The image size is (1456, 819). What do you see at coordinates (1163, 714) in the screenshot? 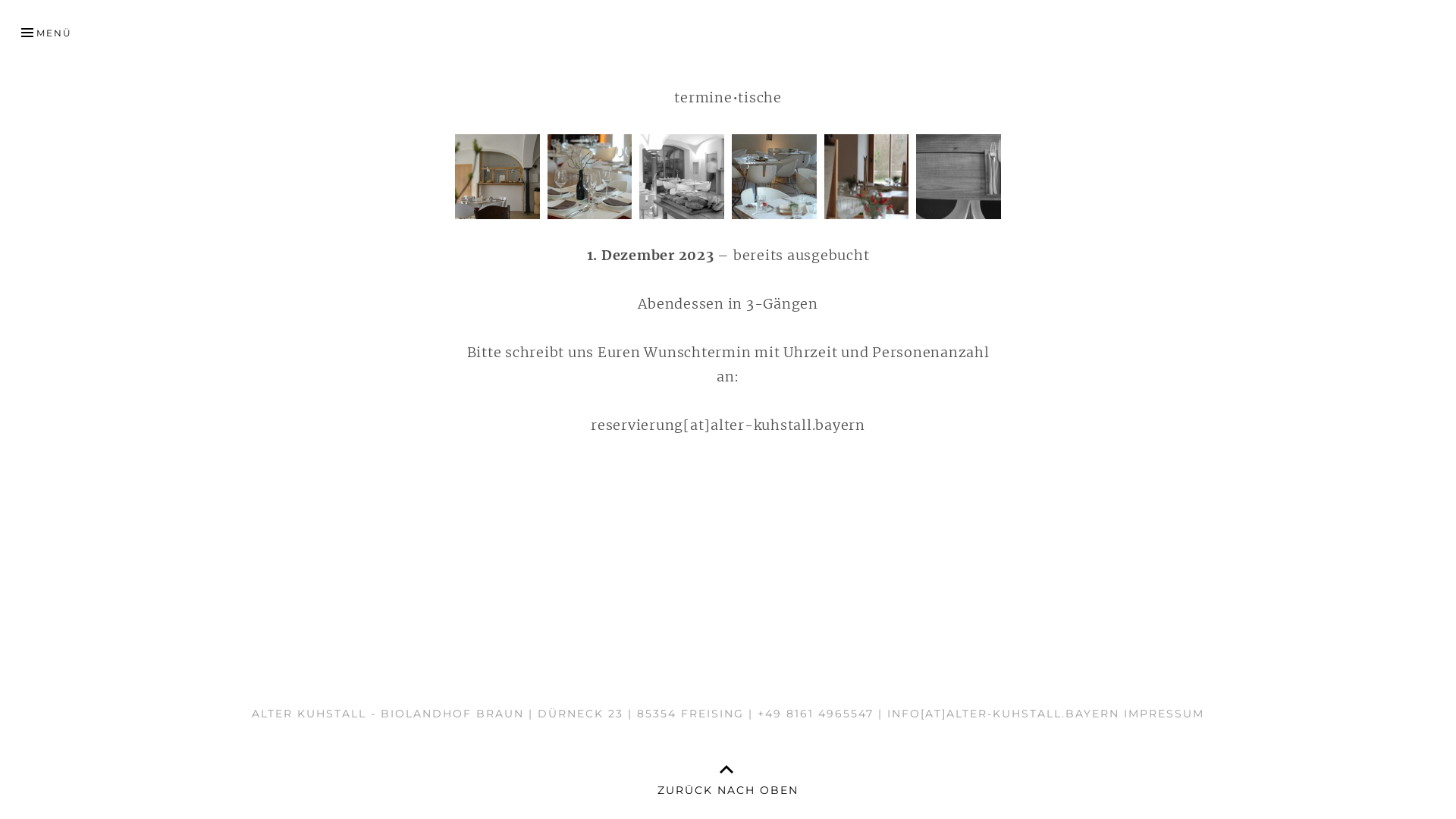
I see `'IMPRESSUM'` at bounding box center [1163, 714].